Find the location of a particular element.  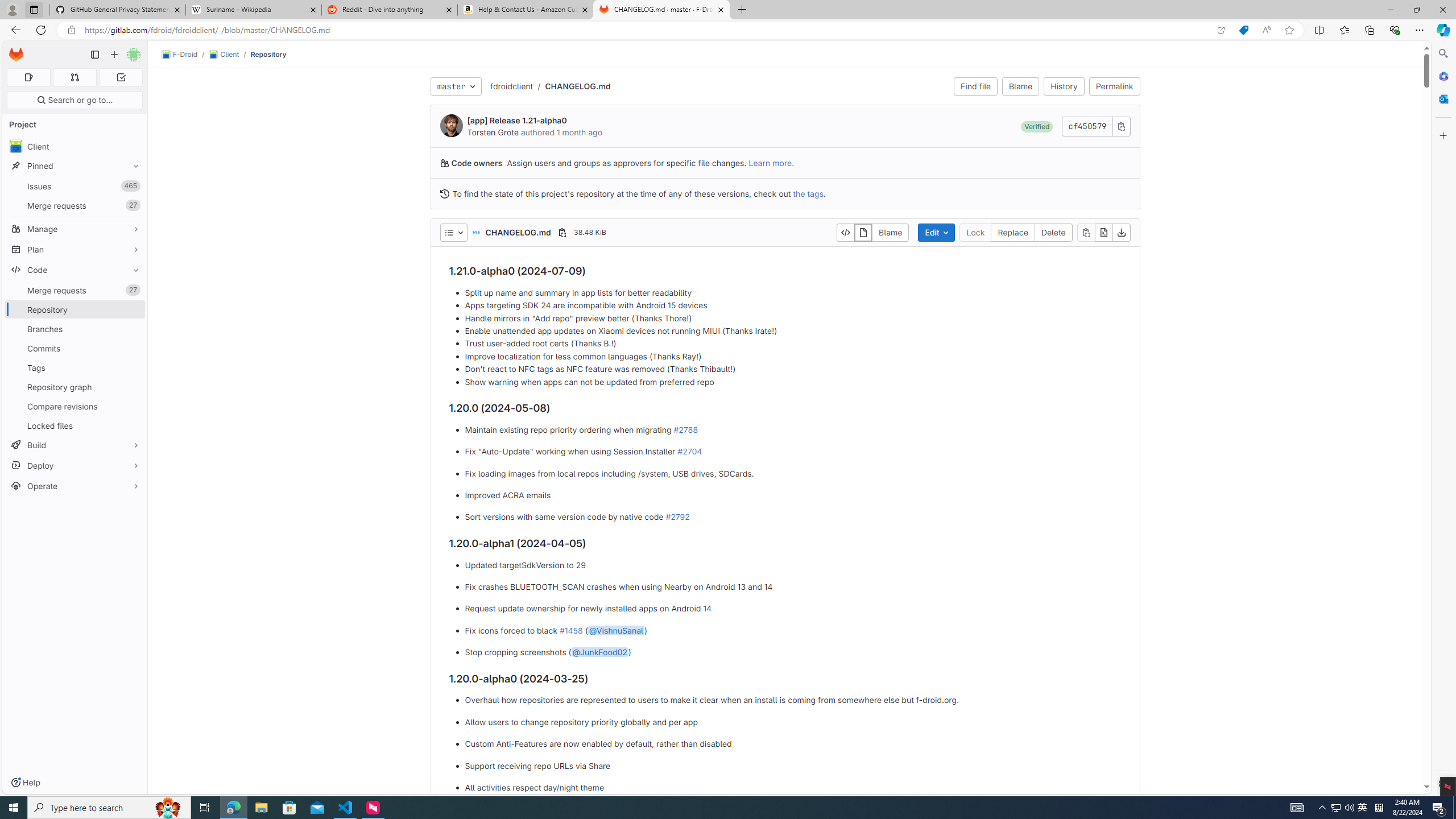

'Homepage' is located at coordinates (16, 54).